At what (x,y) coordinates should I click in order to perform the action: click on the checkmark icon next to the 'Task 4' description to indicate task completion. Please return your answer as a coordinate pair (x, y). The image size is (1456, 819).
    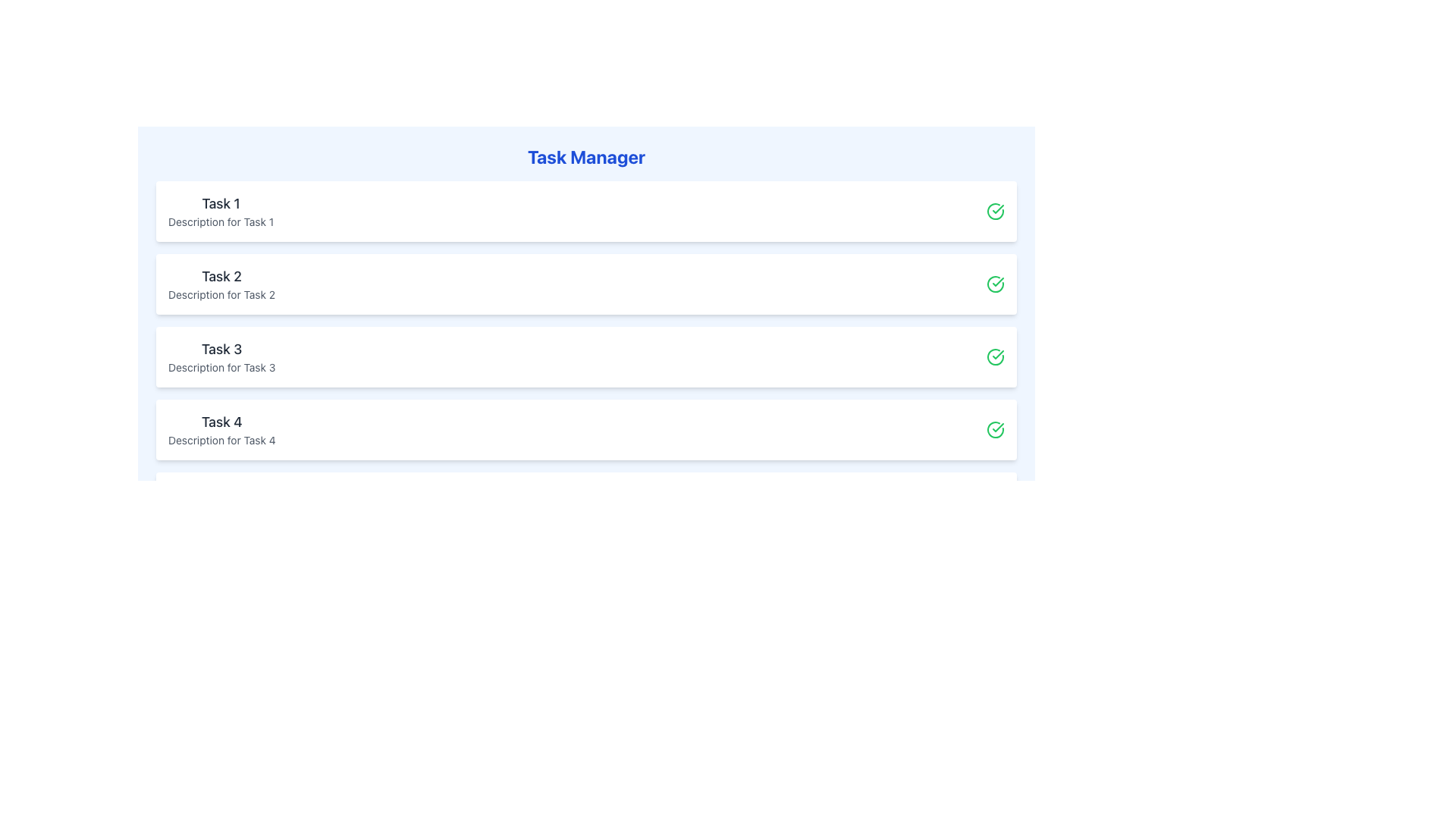
    Looking at the image, I should click on (998, 427).